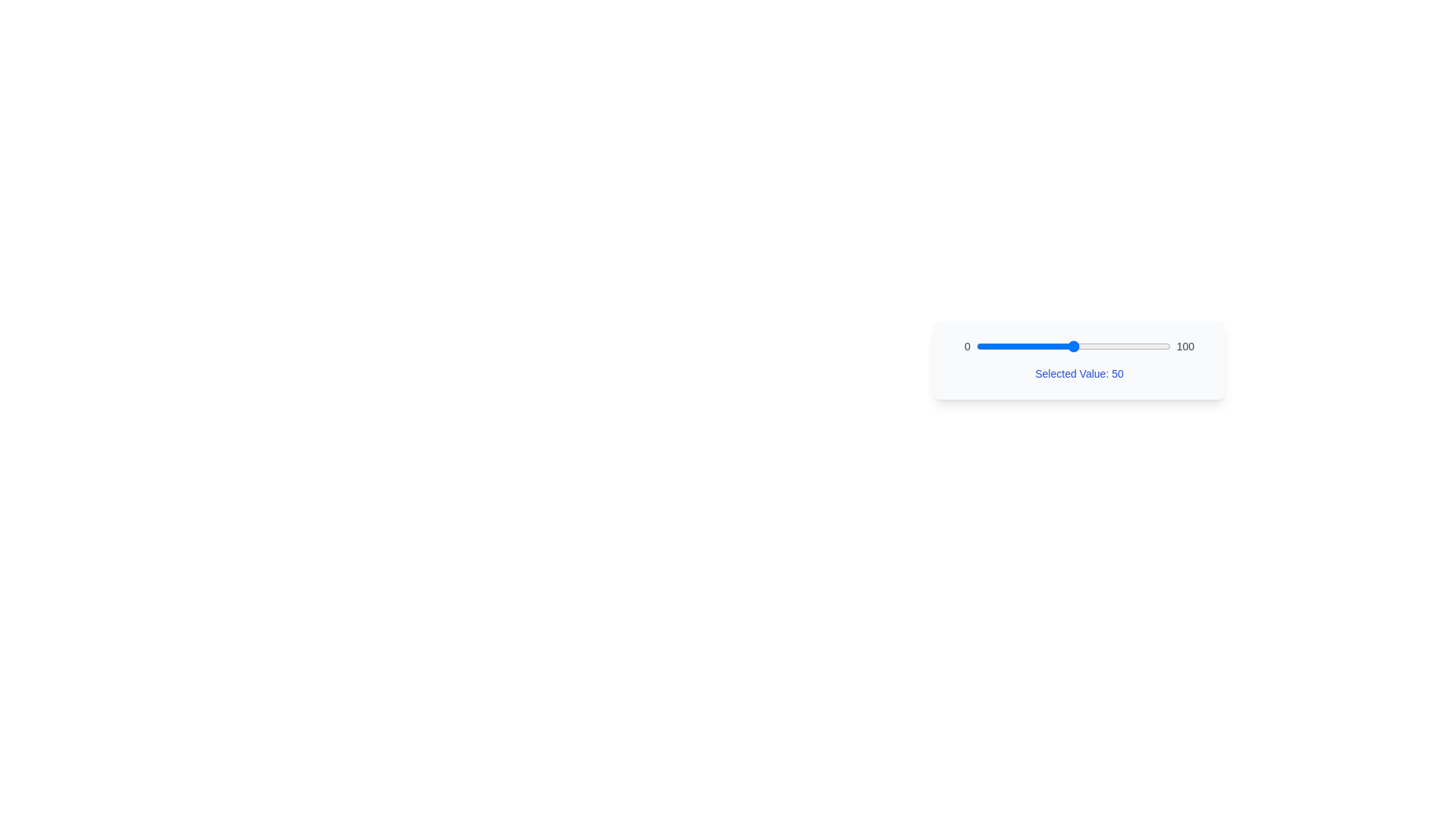 Image resolution: width=1456 pixels, height=819 pixels. Describe the element at coordinates (1137, 346) in the screenshot. I see `the slider to set its value to 83` at that location.